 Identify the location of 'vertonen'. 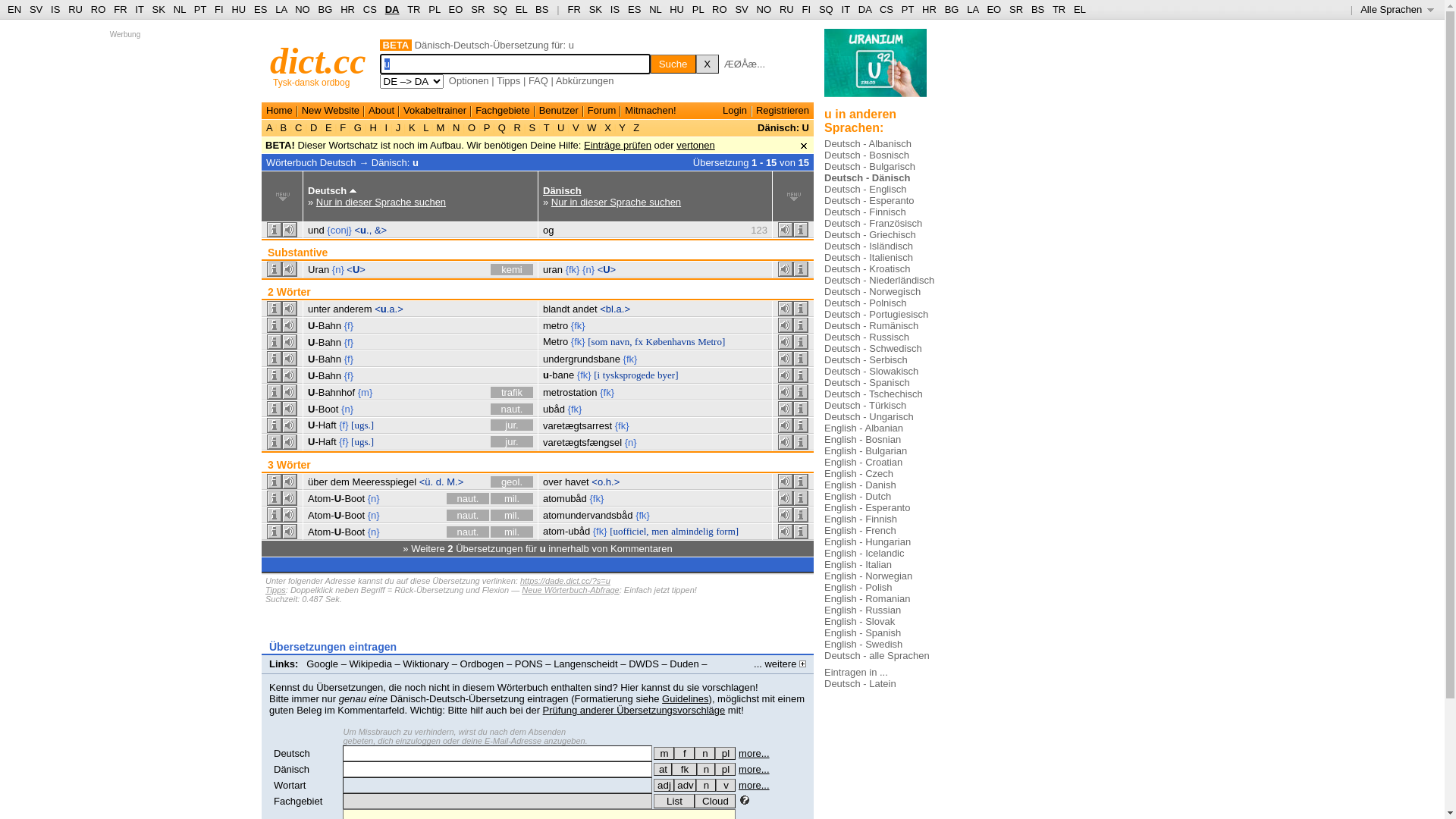
(695, 145).